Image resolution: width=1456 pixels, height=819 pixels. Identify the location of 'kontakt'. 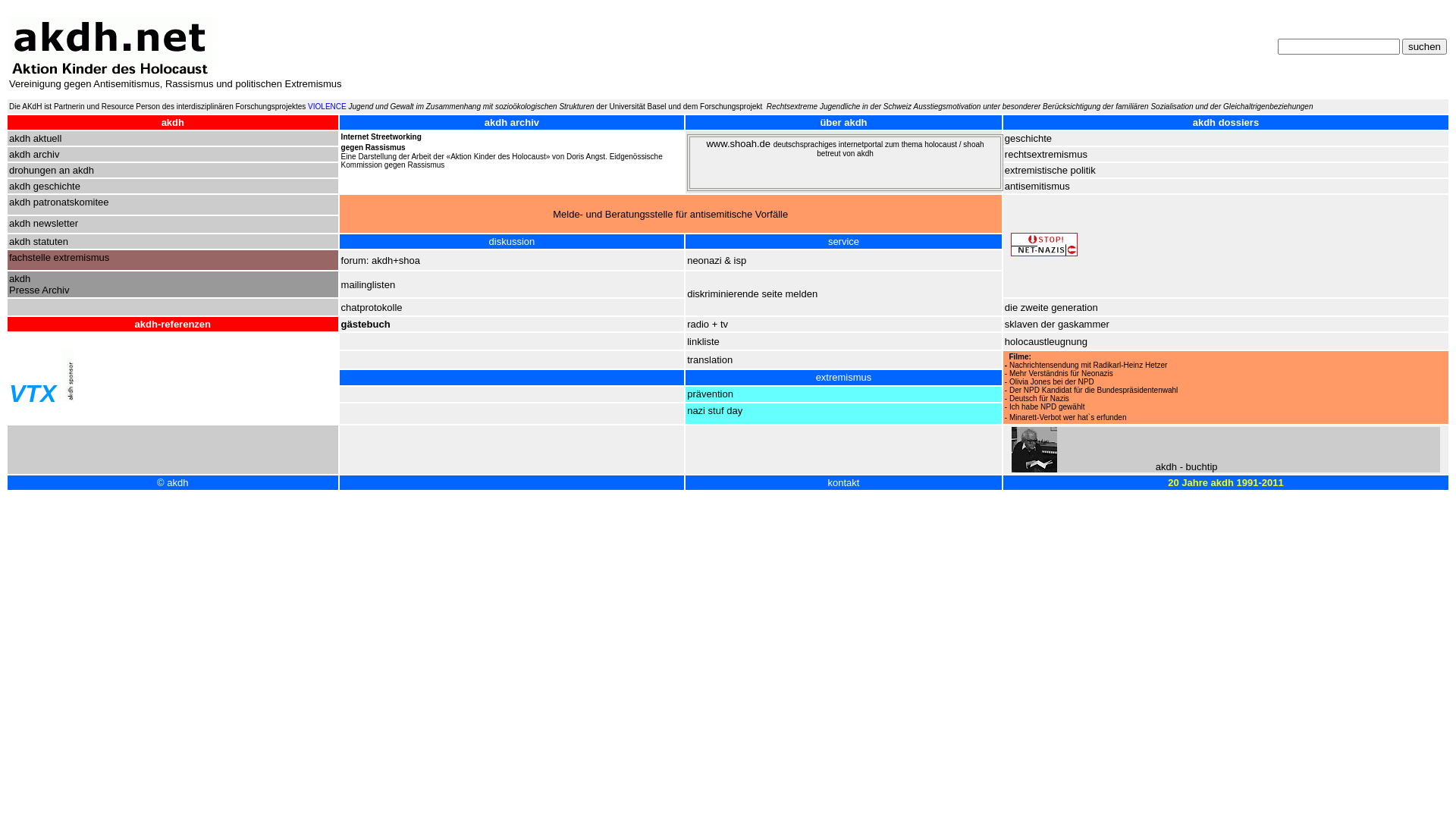
(843, 482).